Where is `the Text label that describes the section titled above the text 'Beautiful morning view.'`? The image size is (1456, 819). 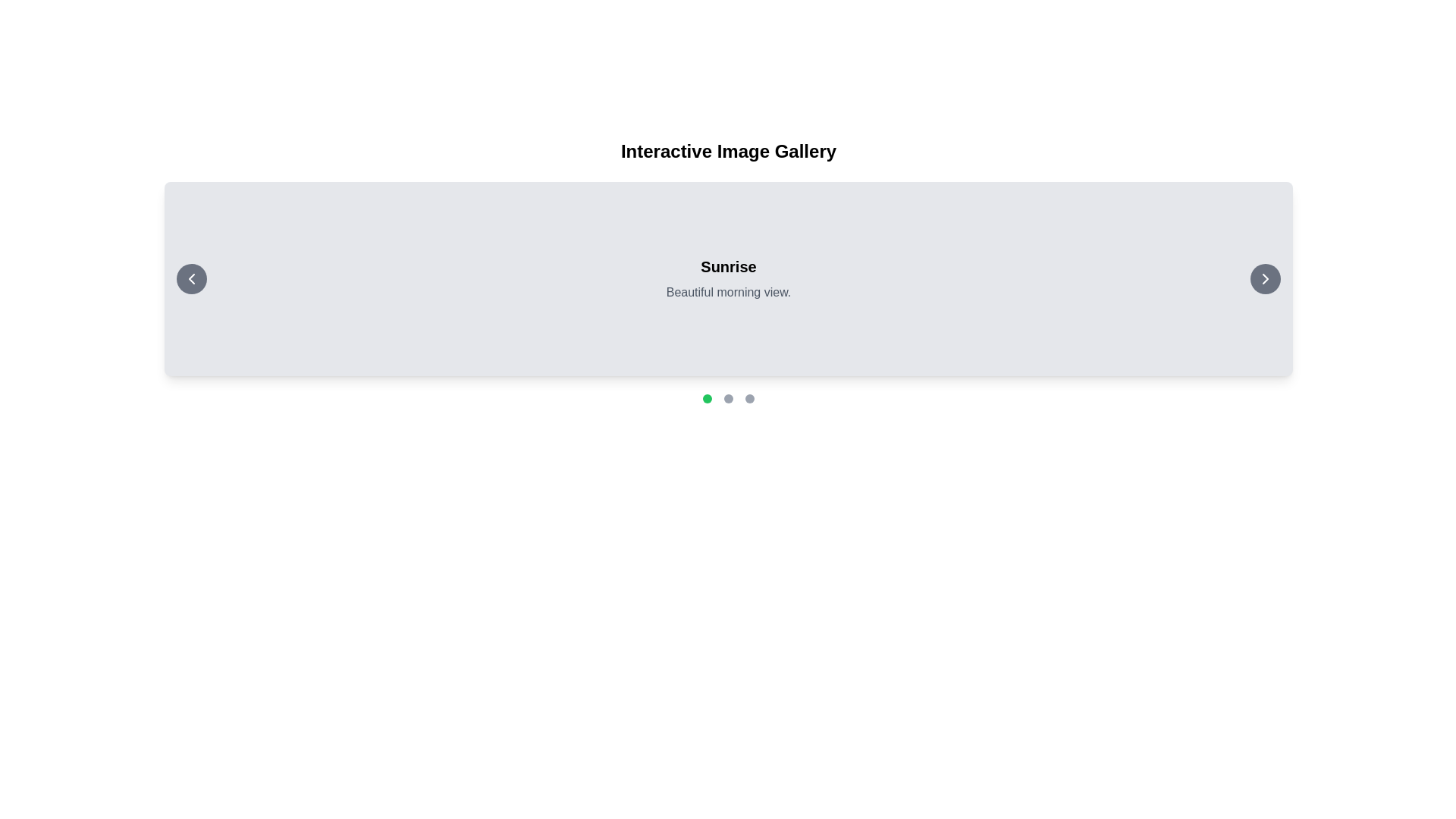
the Text label that describes the section titled above the text 'Beautiful morning view.' is located at coordinates (728, 265).